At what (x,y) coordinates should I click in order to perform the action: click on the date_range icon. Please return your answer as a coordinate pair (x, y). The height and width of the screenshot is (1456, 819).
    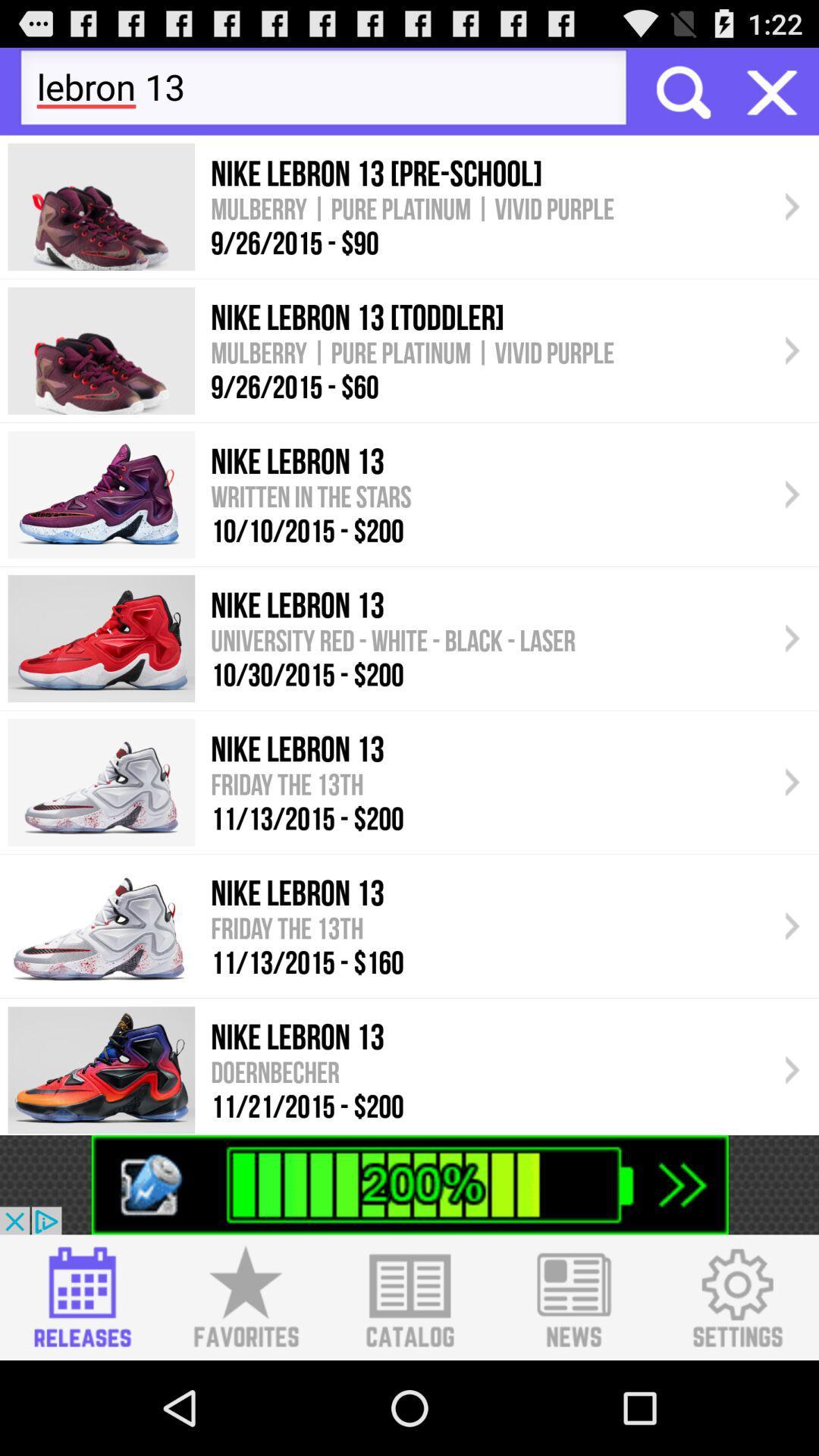
    Looking at the image, I should click on (82, 1389).